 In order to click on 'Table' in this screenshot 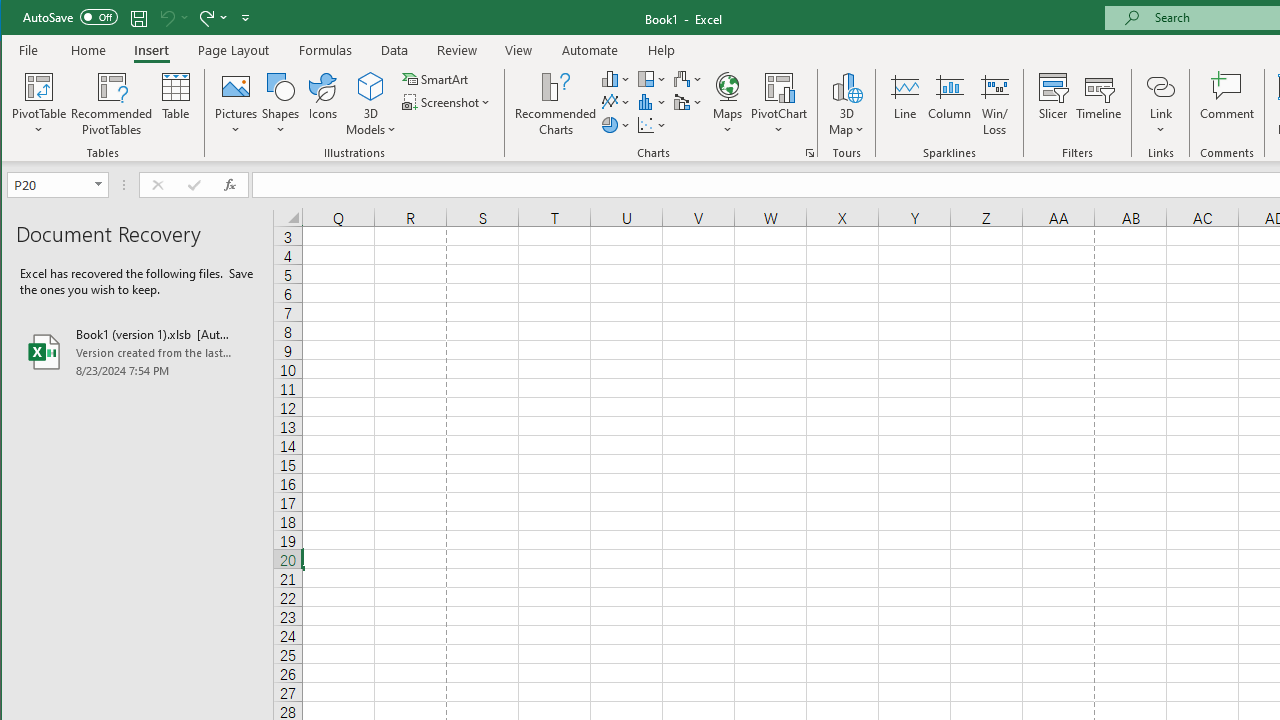, I will do `click(176, 104)`.